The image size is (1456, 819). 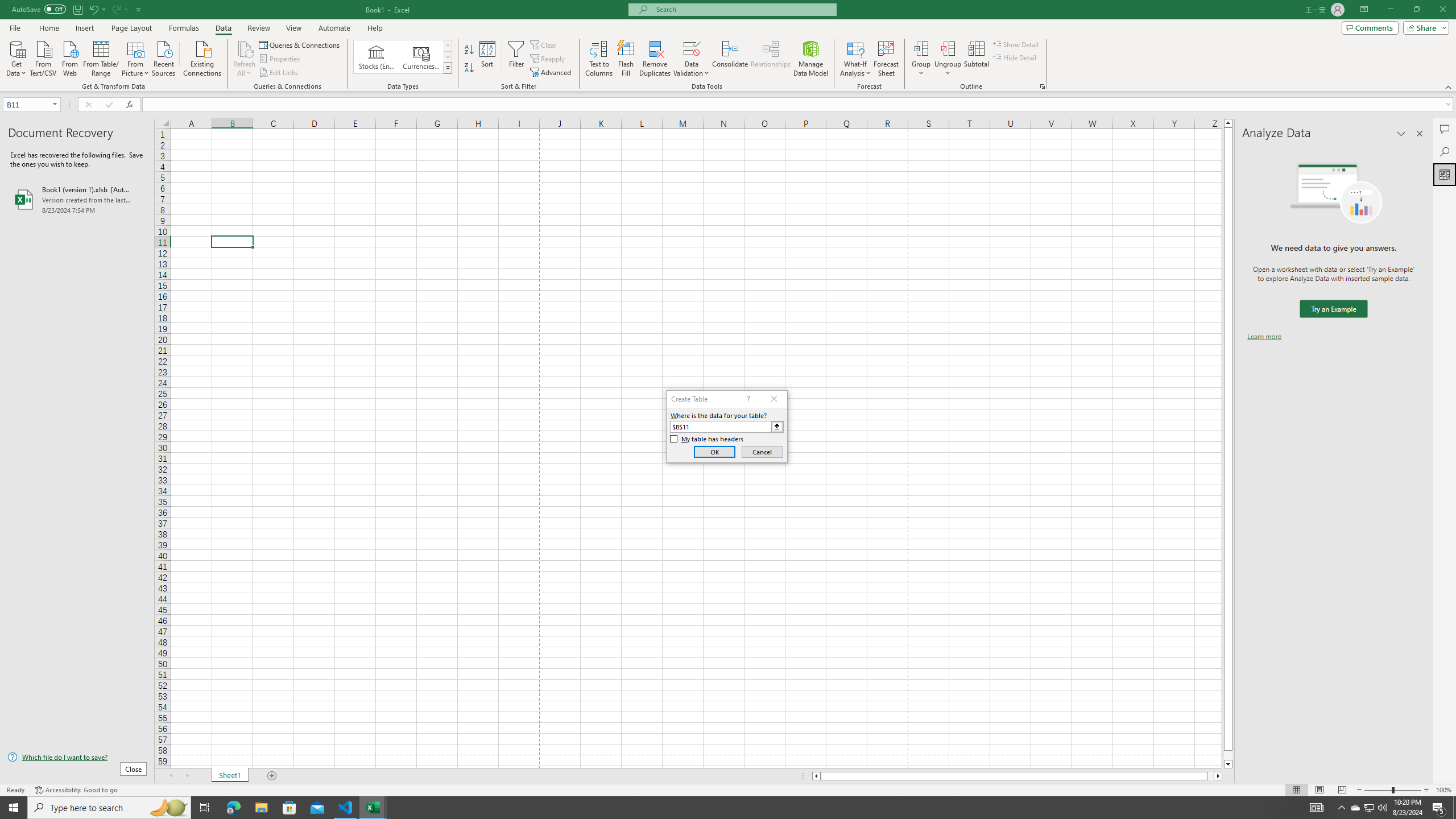 What do you see at coordinates (170, 775) in the screenshot?
I see `'Scroll Left'` at bounding box center [170, 775].